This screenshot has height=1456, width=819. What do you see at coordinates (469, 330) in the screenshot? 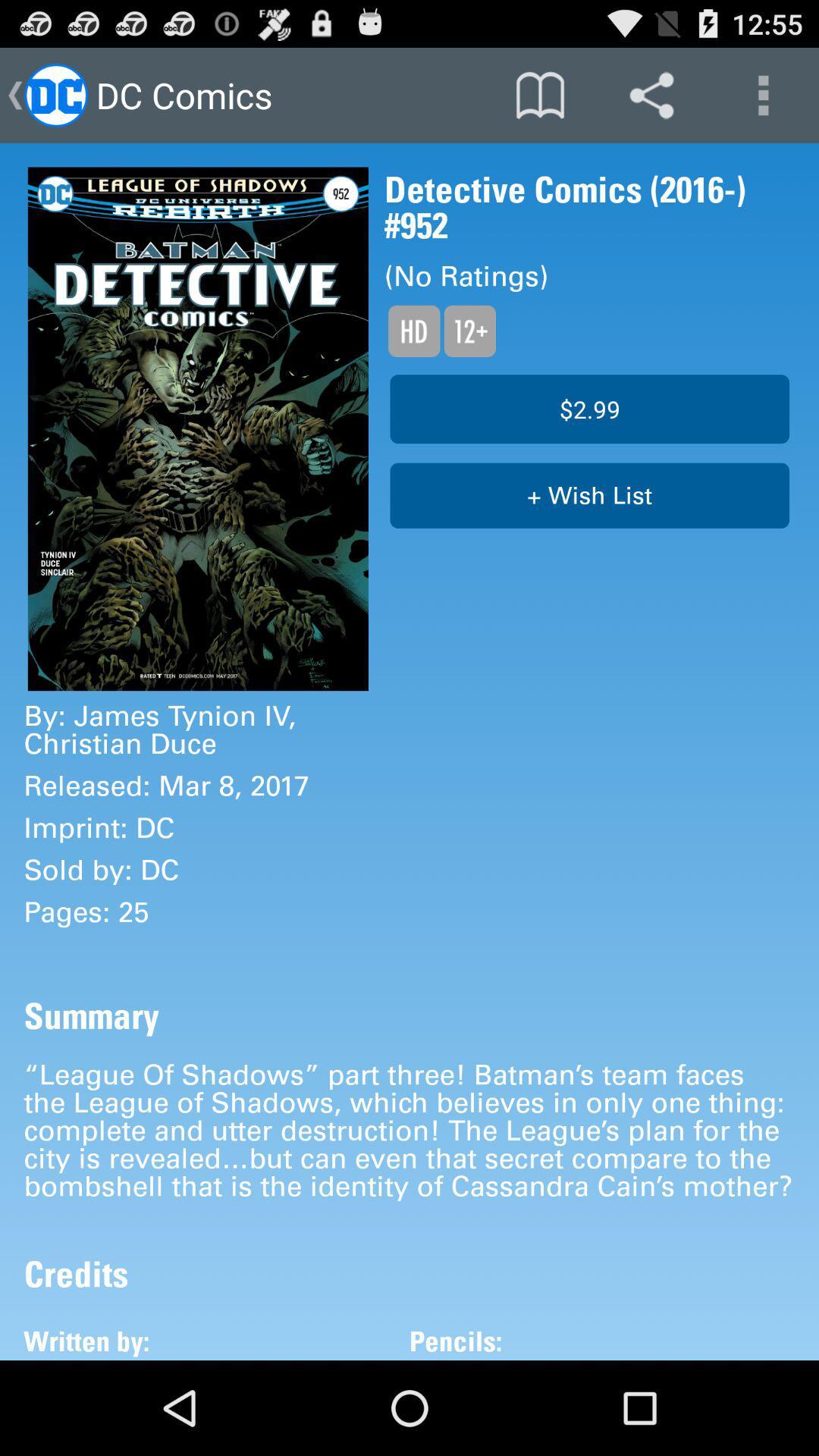
I see `icon above the $2.99` at bounding box center [469, 330].